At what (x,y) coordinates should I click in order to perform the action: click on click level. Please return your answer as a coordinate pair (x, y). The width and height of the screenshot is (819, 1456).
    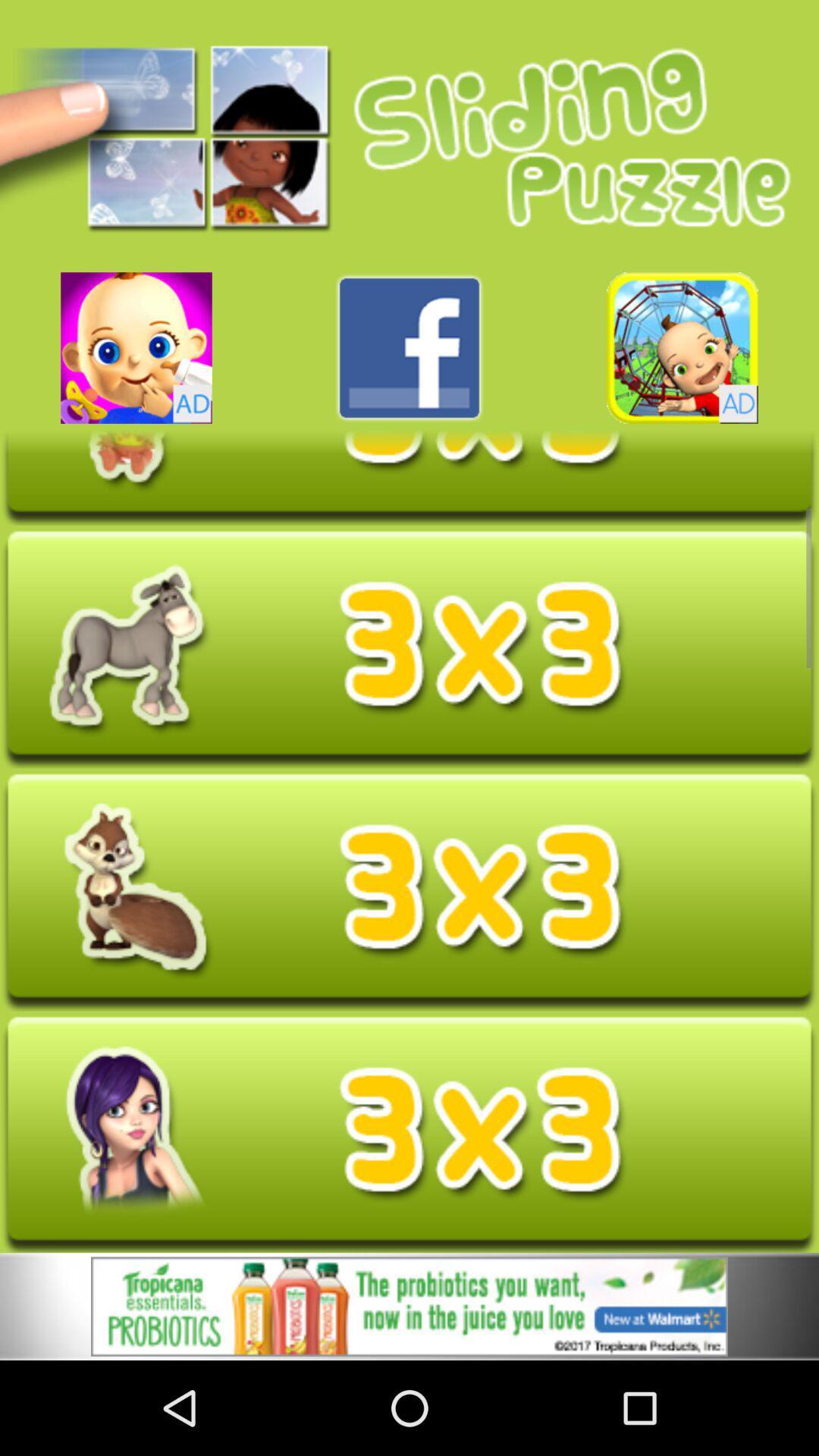
    Looking at the image, I should click on (409, 1134).